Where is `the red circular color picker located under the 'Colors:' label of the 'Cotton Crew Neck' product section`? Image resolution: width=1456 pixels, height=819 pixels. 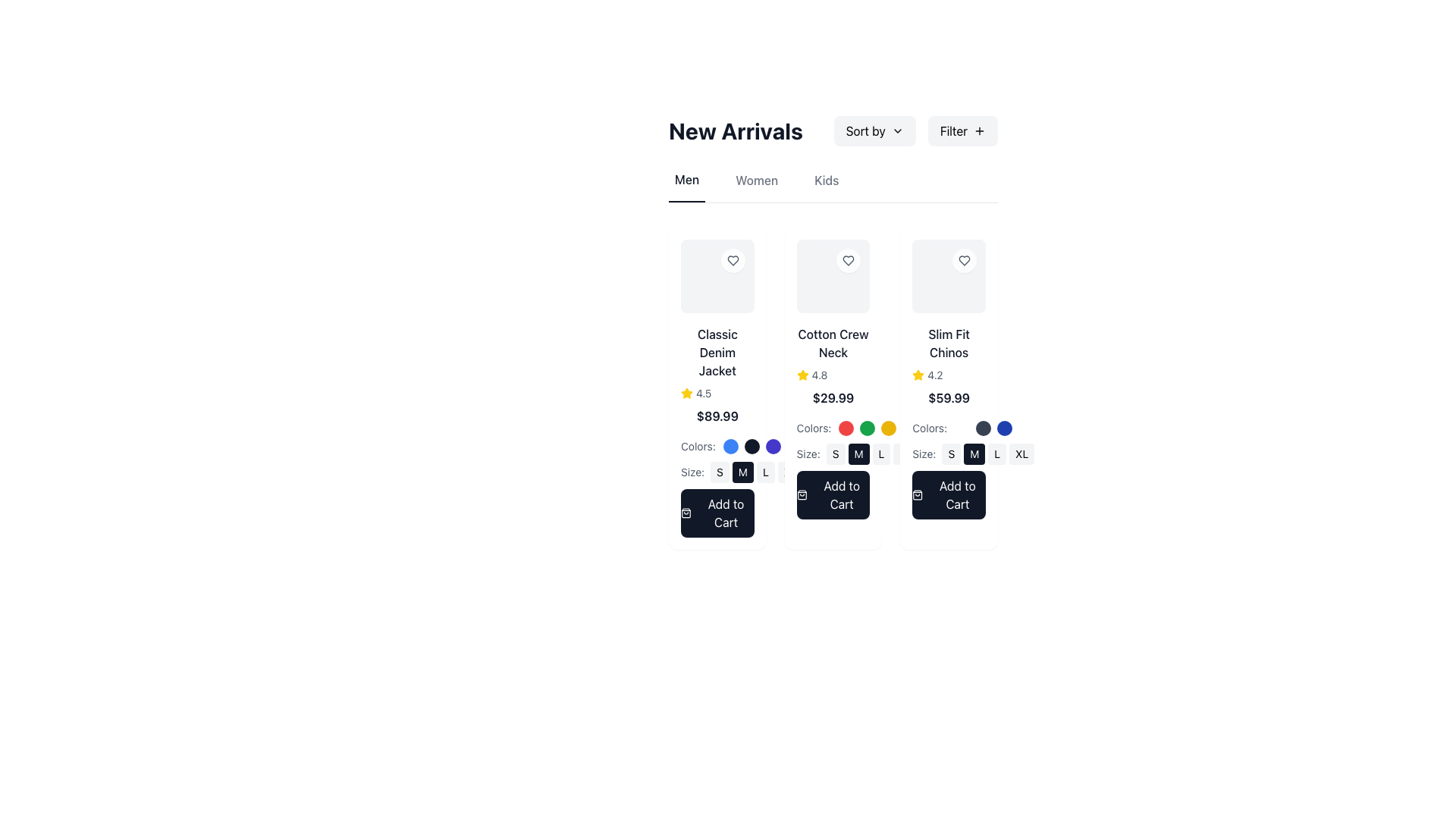
the red circular color picker located under the 'Colors:' label of the 'Cotton Crew Neck' product section is located at coordinates (846, 428).